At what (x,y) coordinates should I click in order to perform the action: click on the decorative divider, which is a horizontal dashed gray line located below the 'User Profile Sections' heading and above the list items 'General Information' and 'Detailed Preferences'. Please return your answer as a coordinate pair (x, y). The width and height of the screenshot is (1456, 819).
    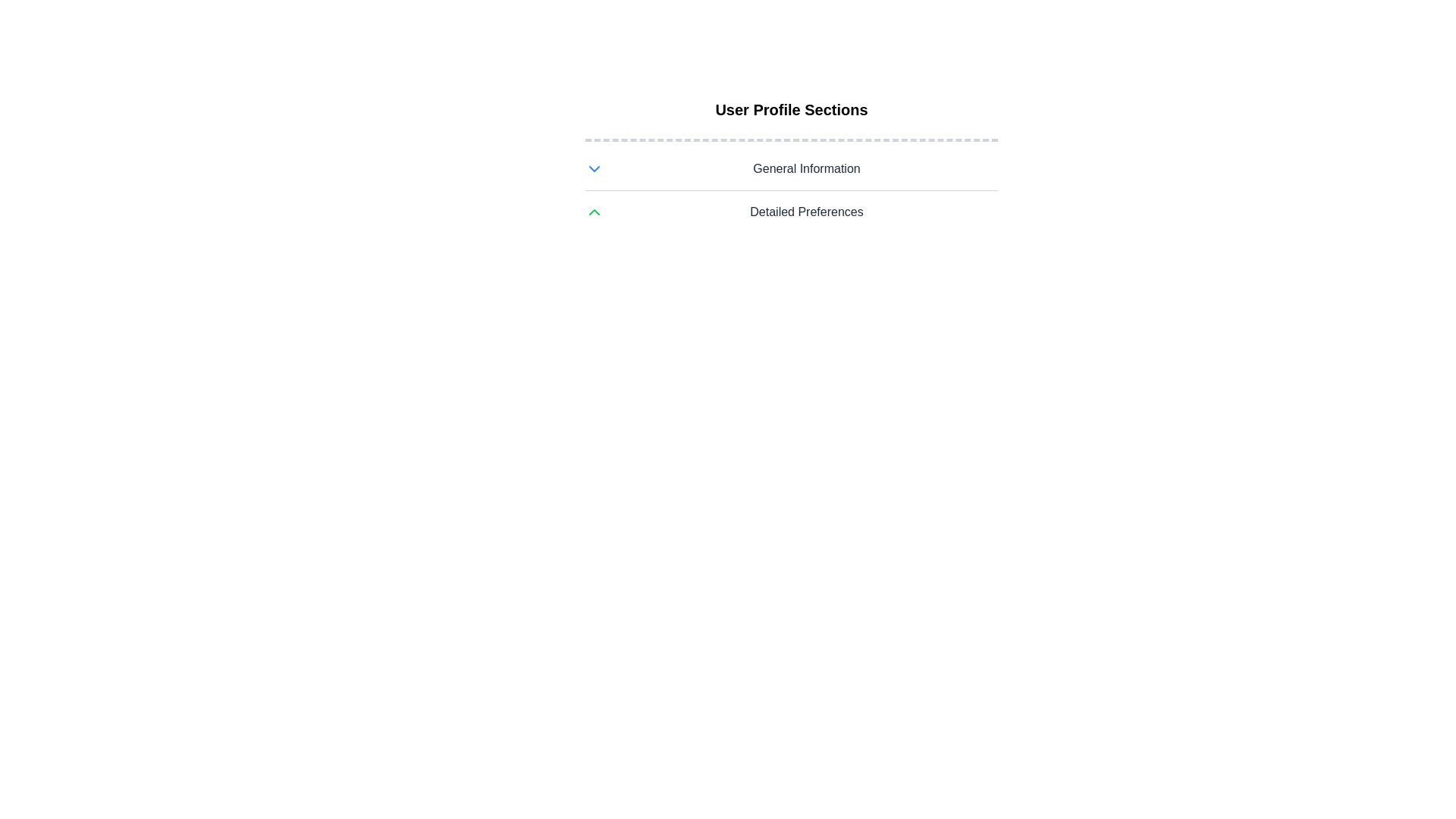
    Looking at the image, I should click on (790, 140).